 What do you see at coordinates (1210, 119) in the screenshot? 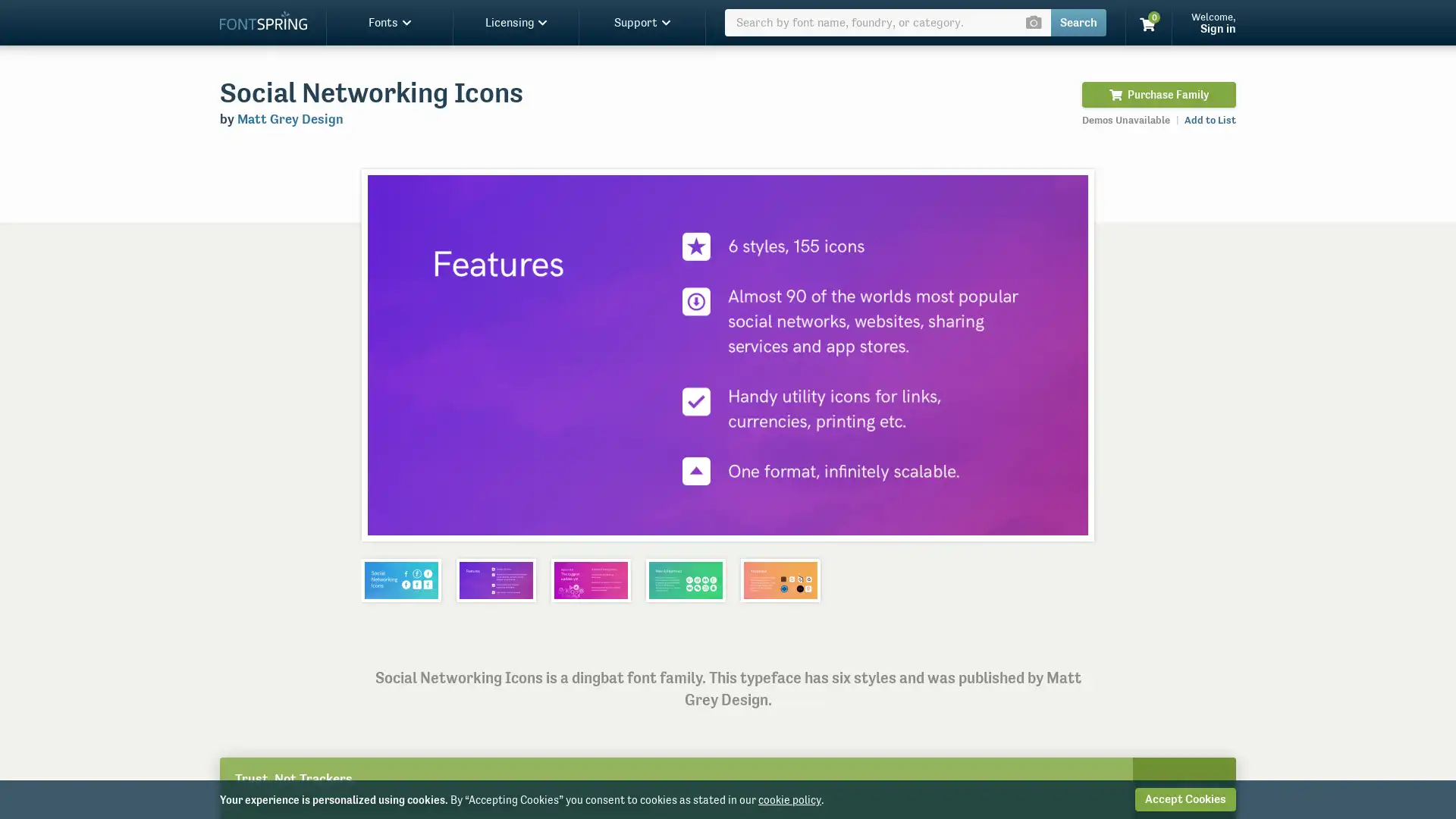
I see `Add to List` at bounding box center [1210, 119].